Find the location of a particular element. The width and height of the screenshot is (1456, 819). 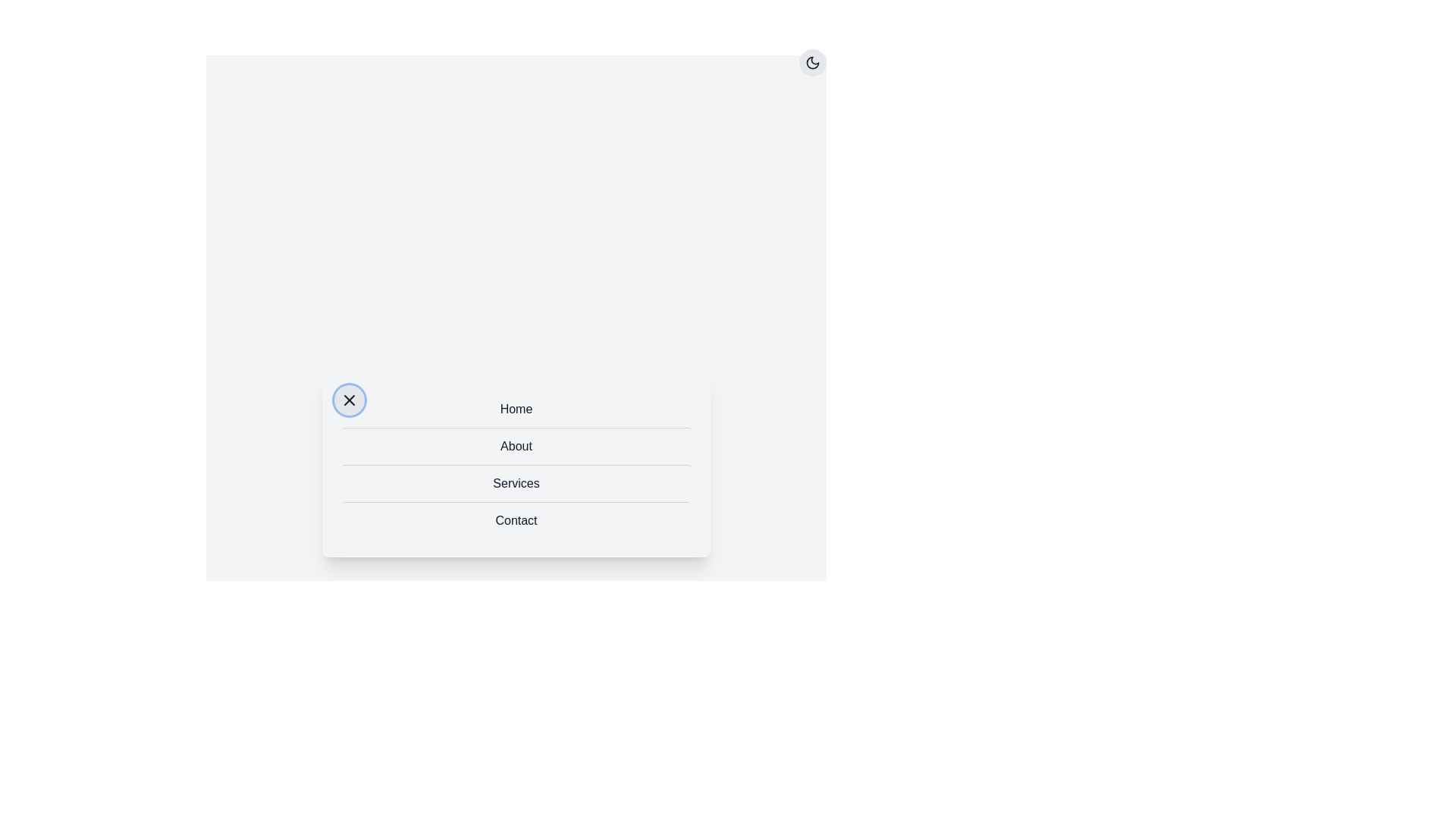

the dark mode toggle button located at the top-right corner of the screen is located at coordinates (811, 62).